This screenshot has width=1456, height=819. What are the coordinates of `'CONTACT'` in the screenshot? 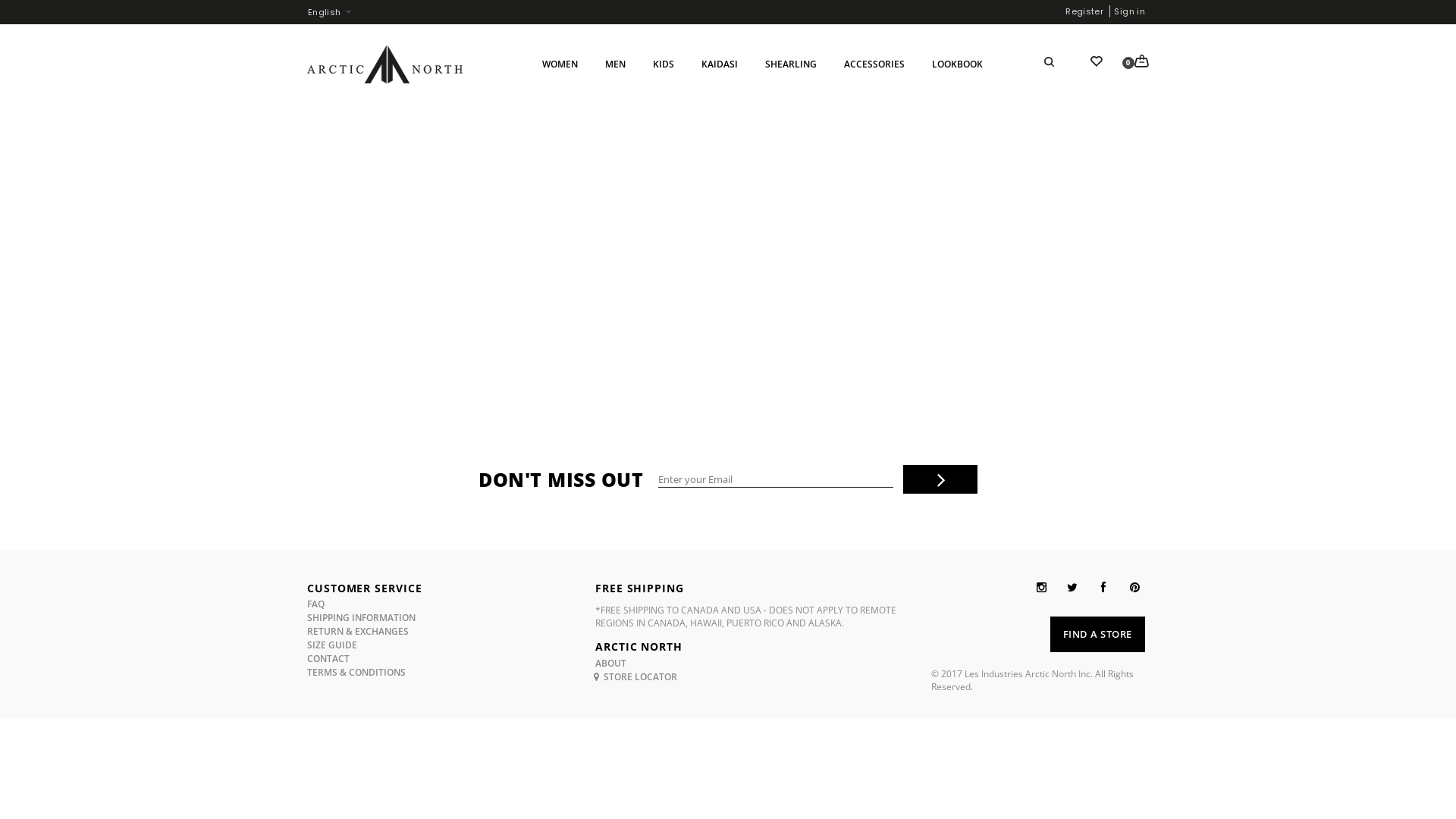 It's located at (327, 657).